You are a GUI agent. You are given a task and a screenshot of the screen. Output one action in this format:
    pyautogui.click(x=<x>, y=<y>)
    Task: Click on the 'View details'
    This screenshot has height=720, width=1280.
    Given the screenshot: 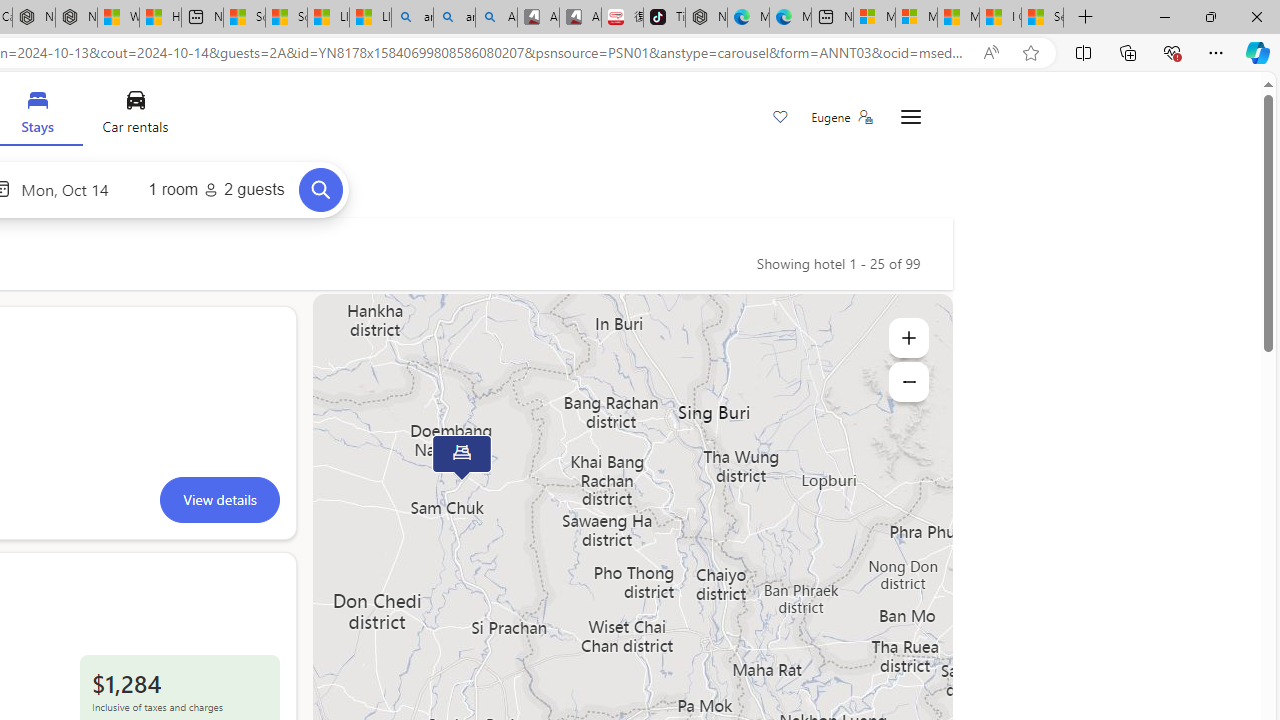 What is the action you would take?
    pyautogui.click(x=219, y=498)
    